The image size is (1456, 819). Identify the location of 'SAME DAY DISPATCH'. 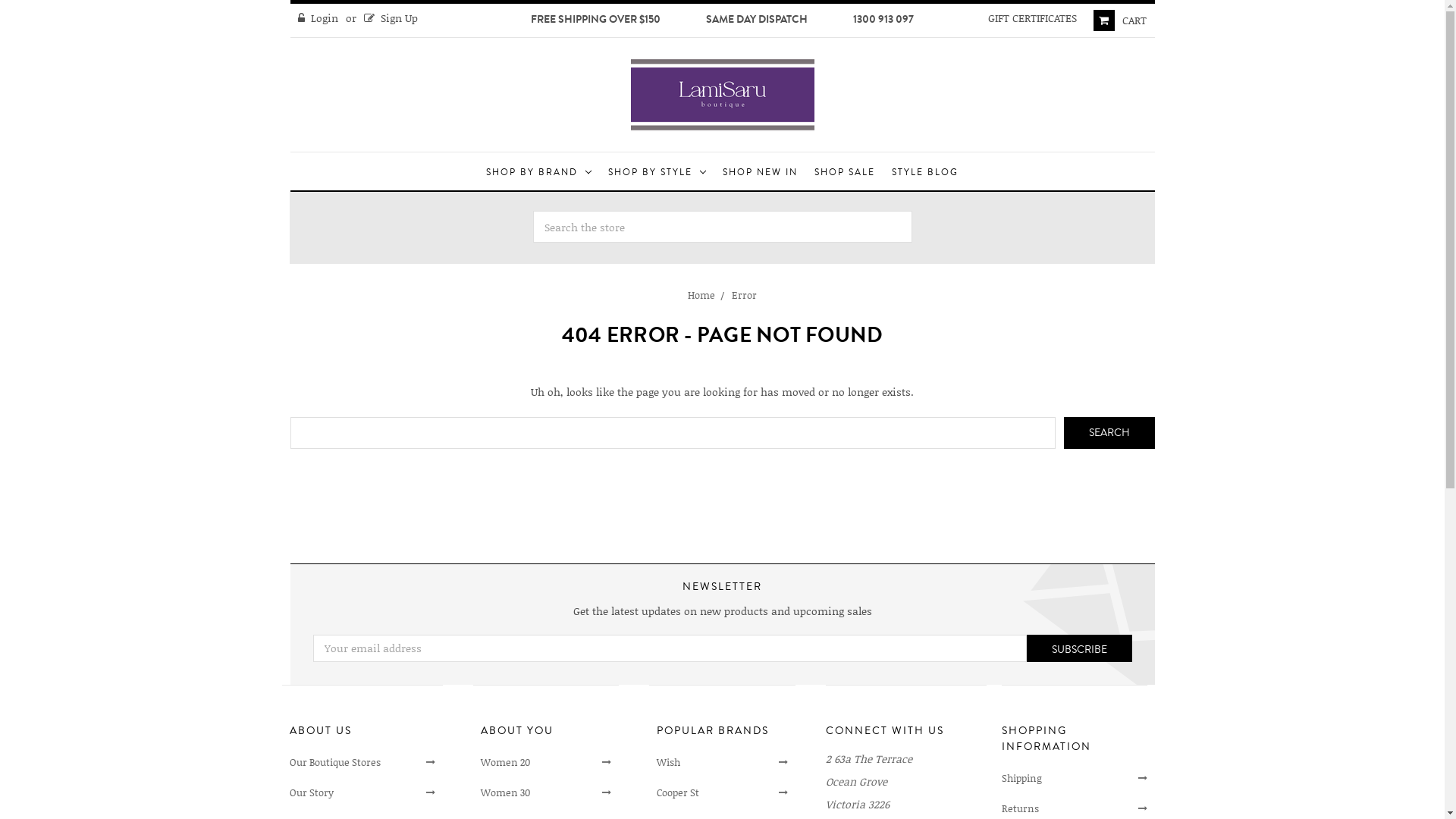
(757, 19).